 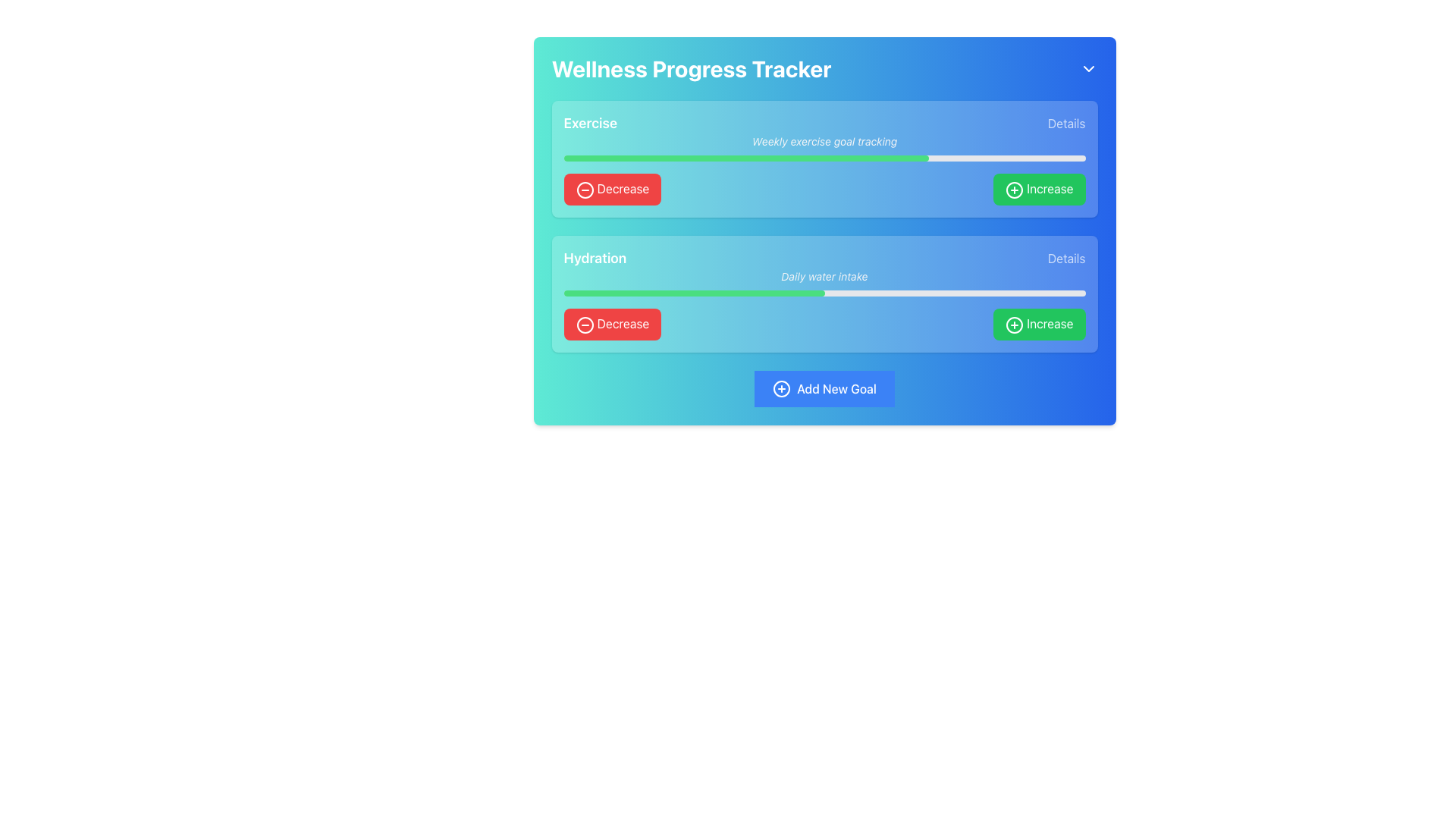 What do you see at coordinates (584, 189) in the screenshot?
I see `the icon representing the action of decreasing a value, located within the red button labeled 'Decrease' in the 'Exercise' section` at bounding box center [584, 189].